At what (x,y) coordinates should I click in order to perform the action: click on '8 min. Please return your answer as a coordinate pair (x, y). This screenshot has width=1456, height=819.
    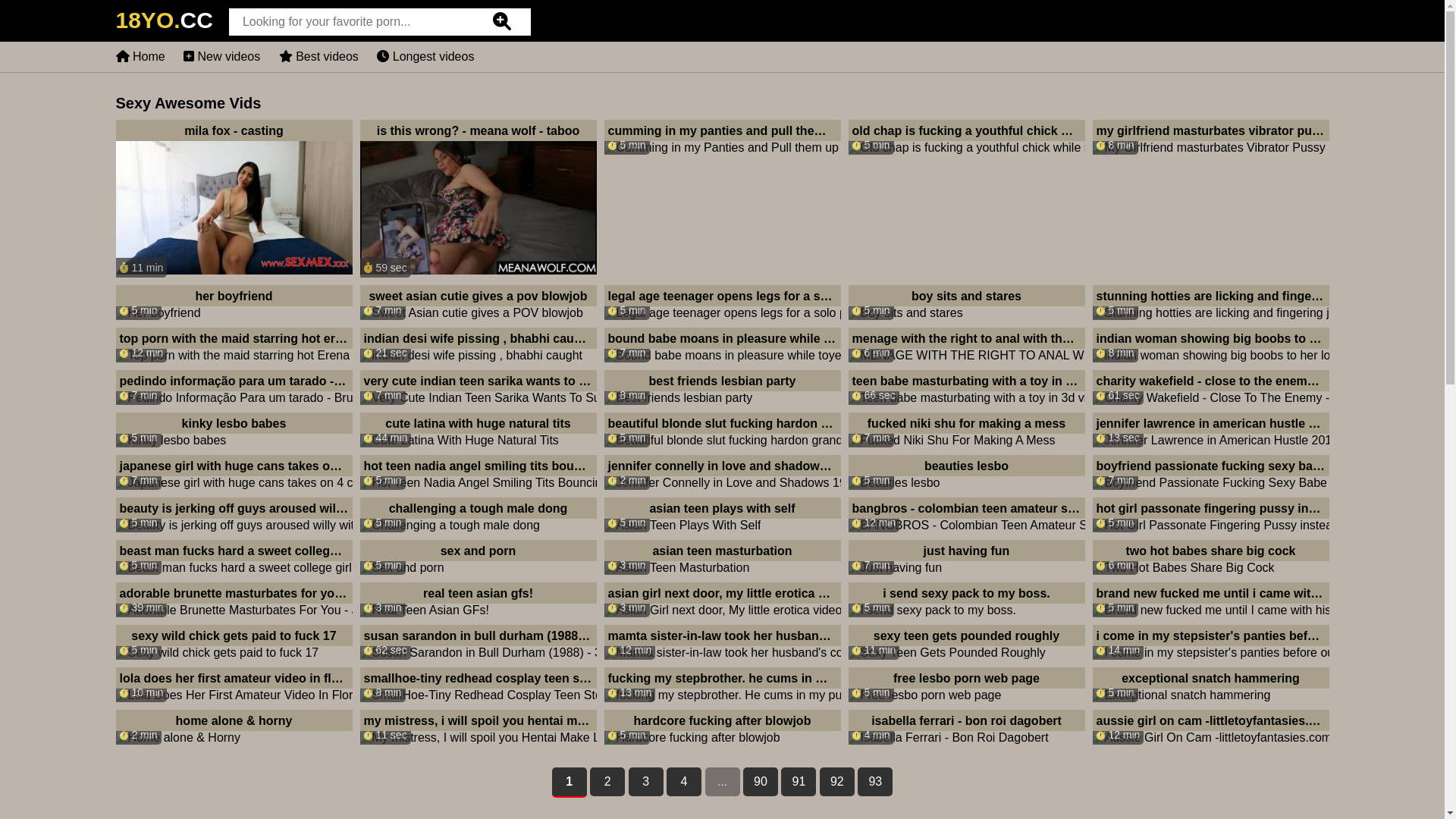
    Looking at the image, I should click on (1210, 137).